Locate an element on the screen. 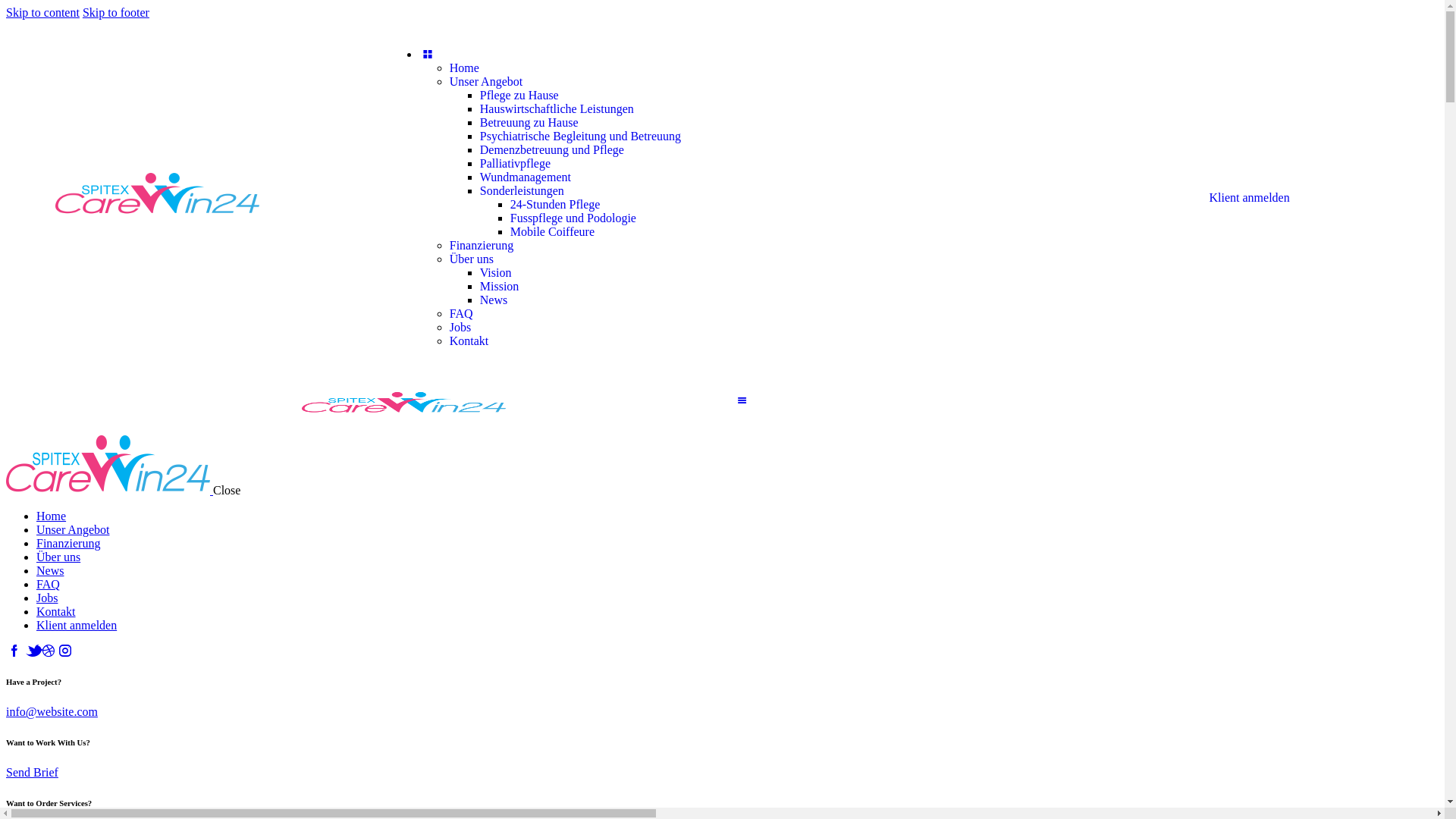 The height and width of the screenshot is (819, 1456). 'Vision' is located at coordinates (495, 271).